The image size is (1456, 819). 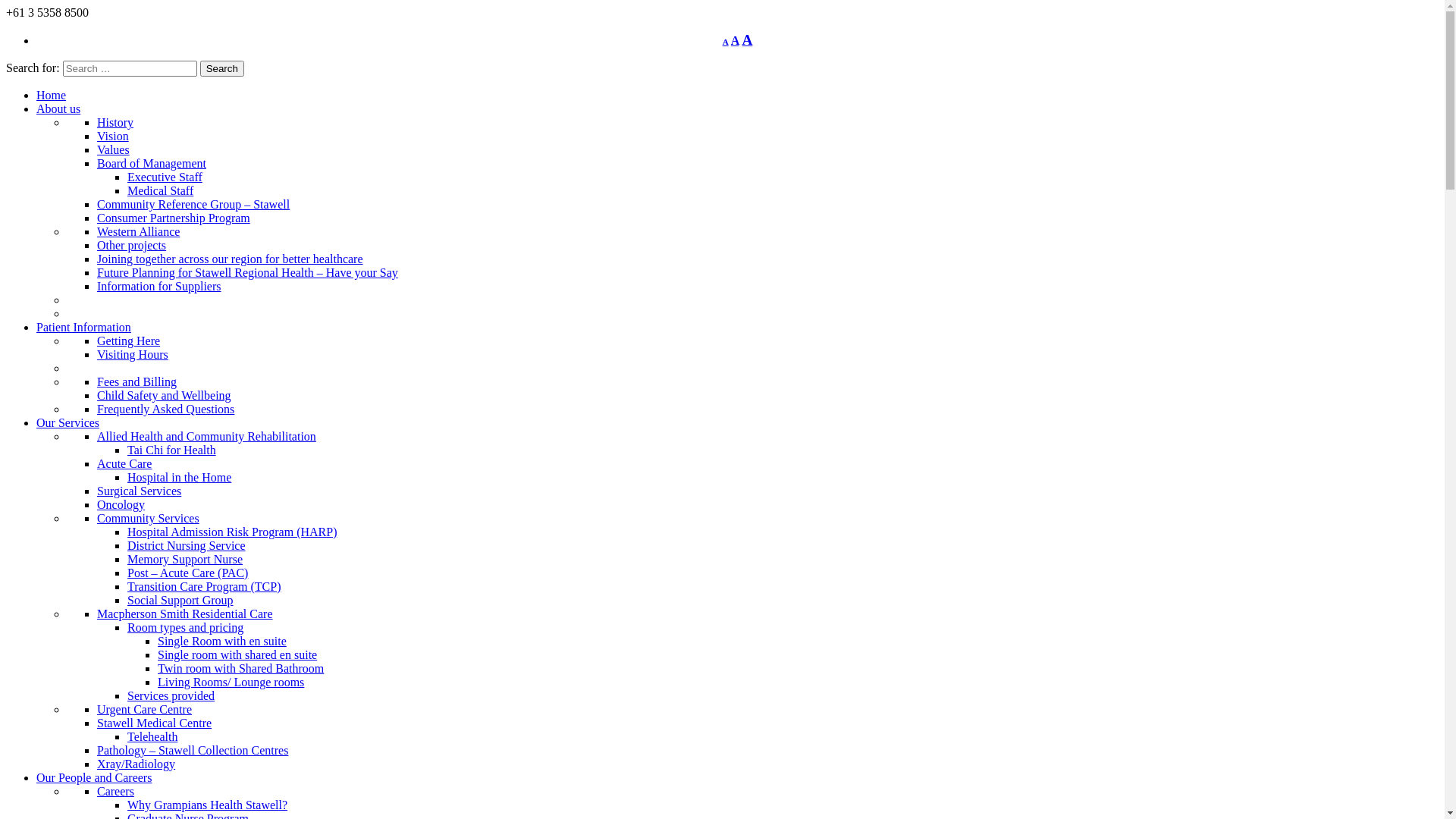 I want to click on 'Visiting Hours', so click(x=132, y=354).